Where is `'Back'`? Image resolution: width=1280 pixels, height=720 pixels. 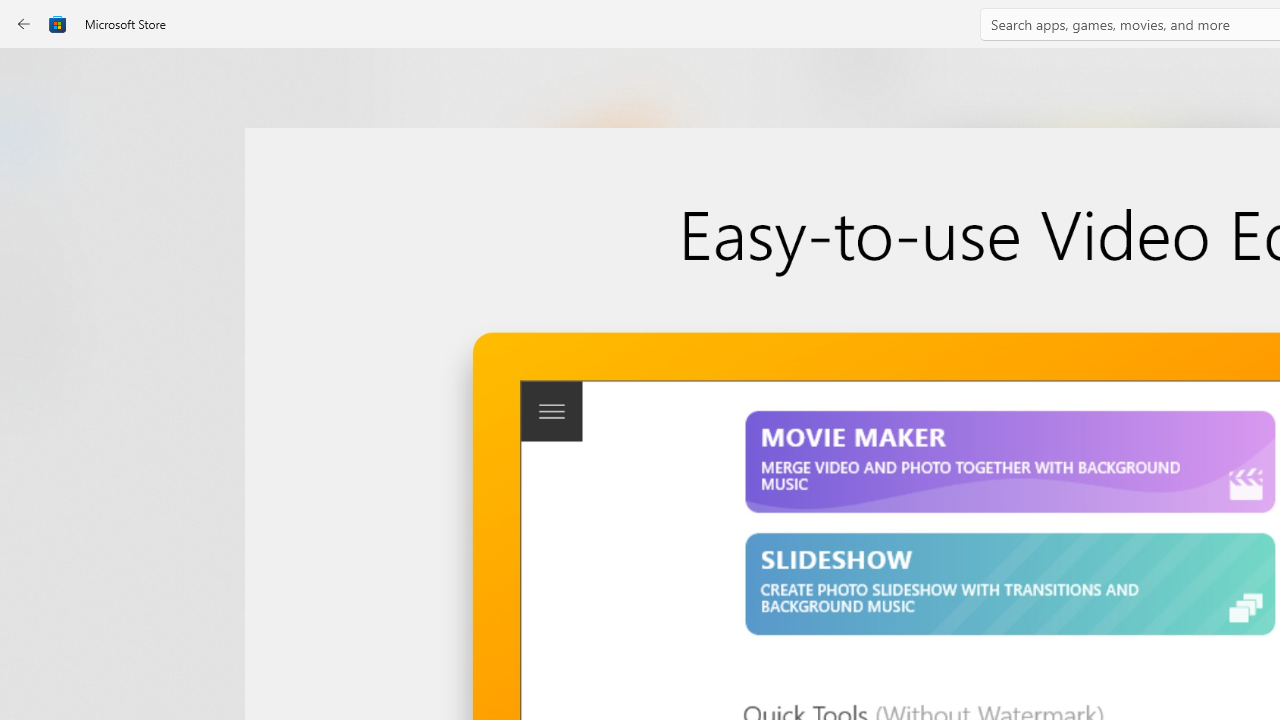
'Back' is located at coordinates (24, 24).